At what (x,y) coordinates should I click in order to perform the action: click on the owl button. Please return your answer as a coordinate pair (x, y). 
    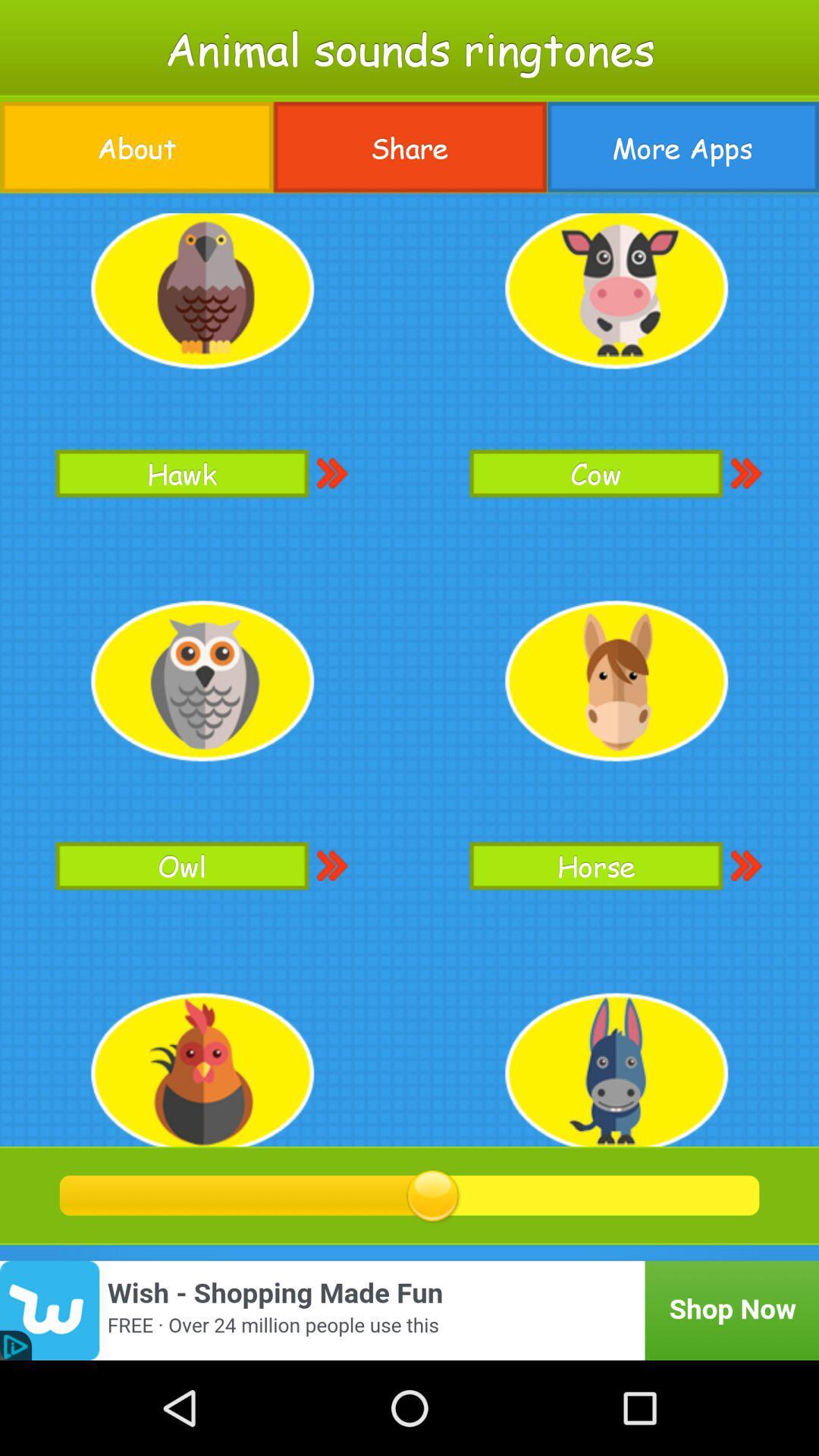
    Looking at the image, I should click on (181, 865).